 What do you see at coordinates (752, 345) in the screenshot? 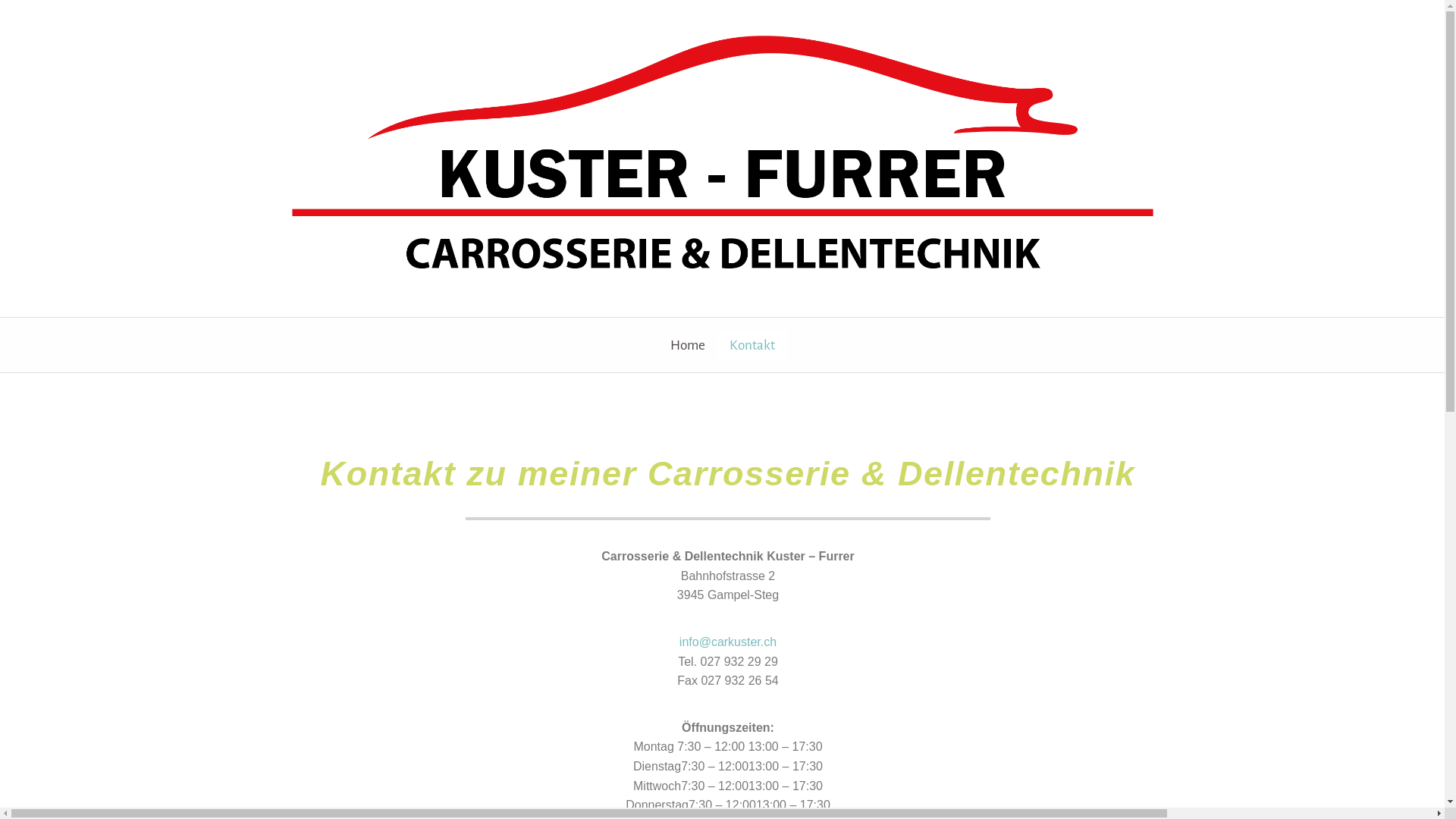
I see `'Kontakt'` at bounding box center [752, 345].